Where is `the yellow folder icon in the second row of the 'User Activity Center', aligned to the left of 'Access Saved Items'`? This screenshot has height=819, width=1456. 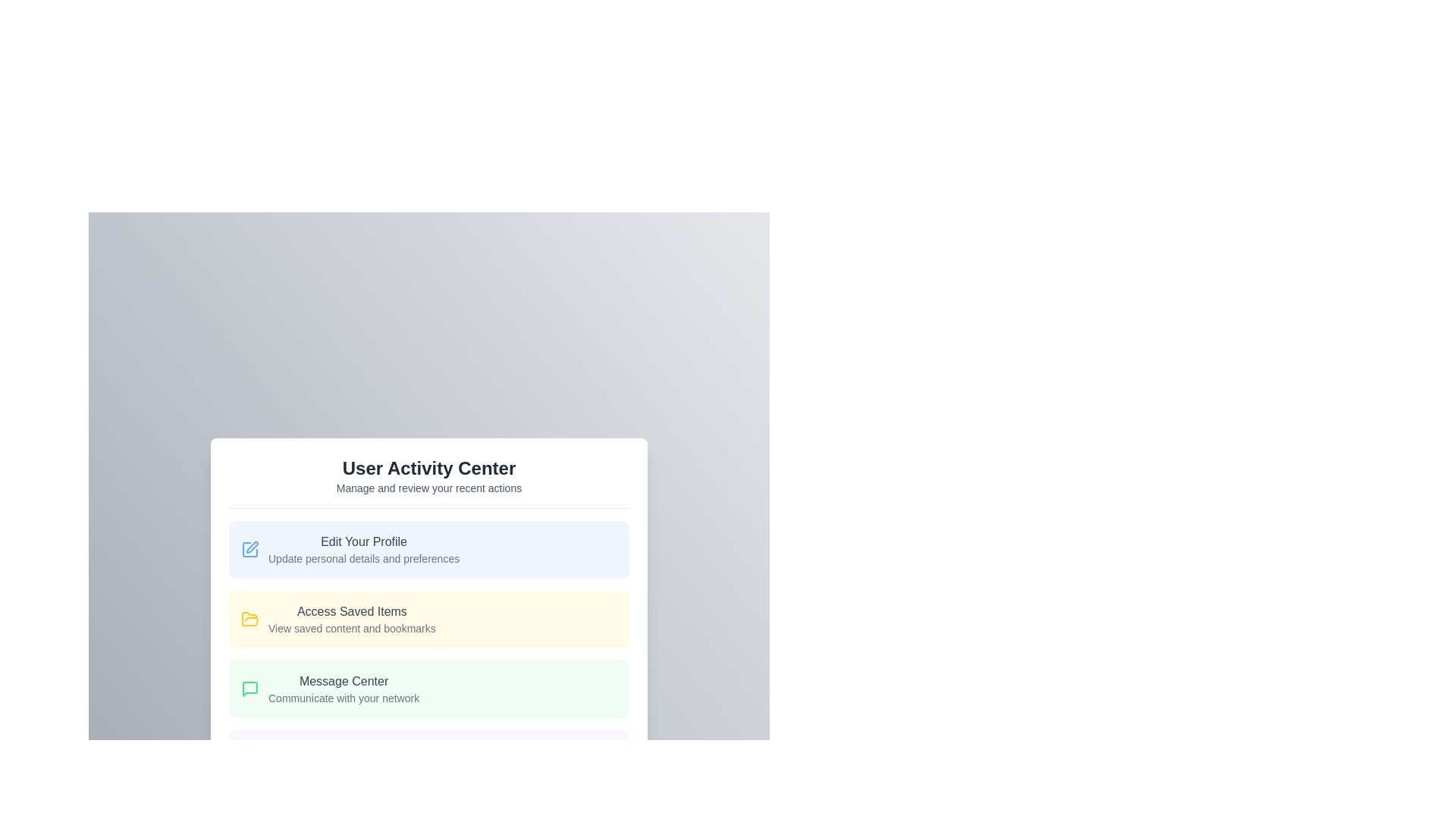 the yellow folder icon in the second row of the 'User Activity Center', aligned to the left of 'Access Saved Items' is located at coordinates (250, 619).